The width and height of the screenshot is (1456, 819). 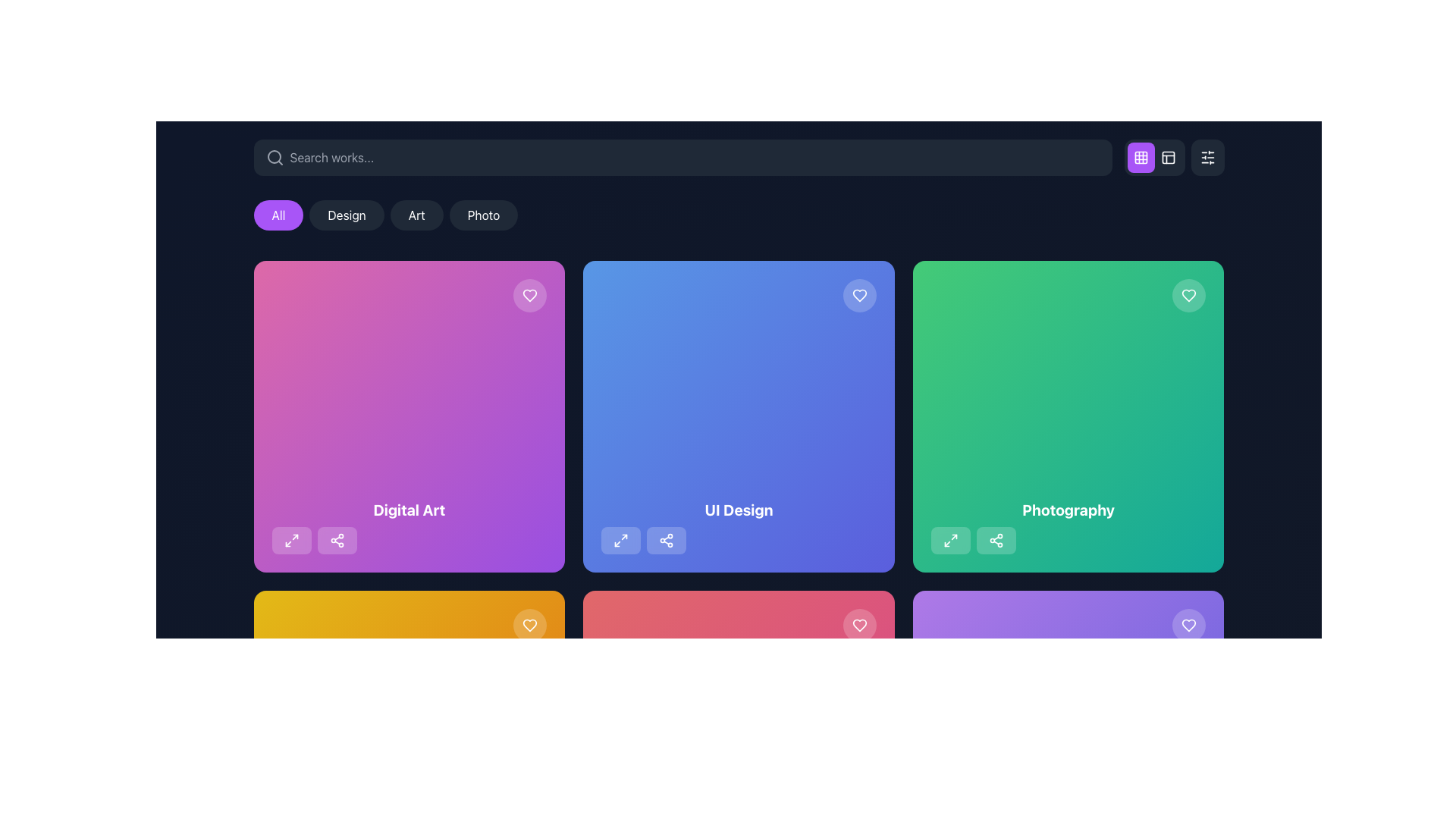 I want to click on the share button located at the bottom right corner of the 'UI Design' card, which is the second button in a horizontal pair next to an outward arrow icon, to share content, so click(x=667, y=539).